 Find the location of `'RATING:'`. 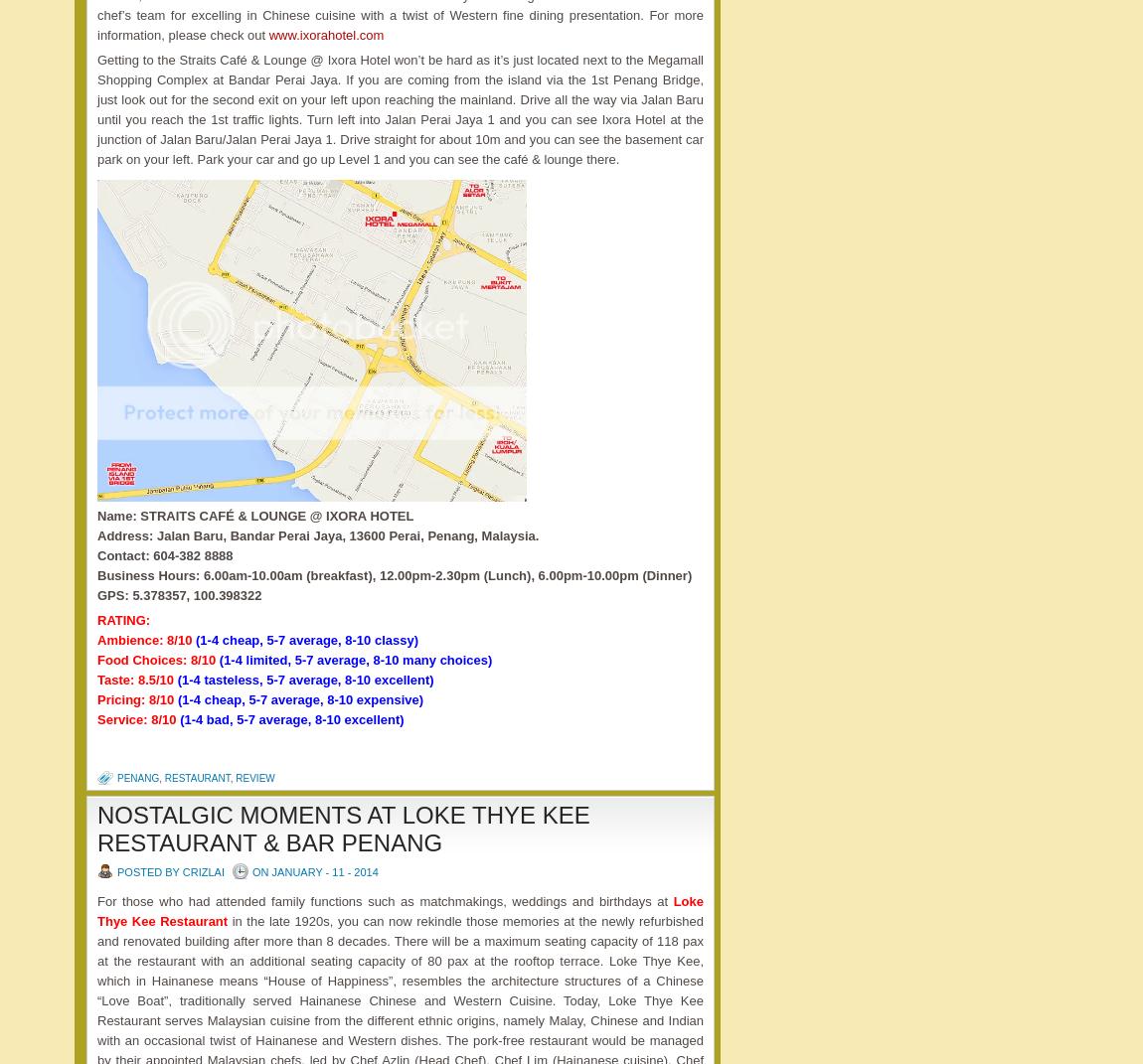

'RATING:' is located at coordinates (122, 618).